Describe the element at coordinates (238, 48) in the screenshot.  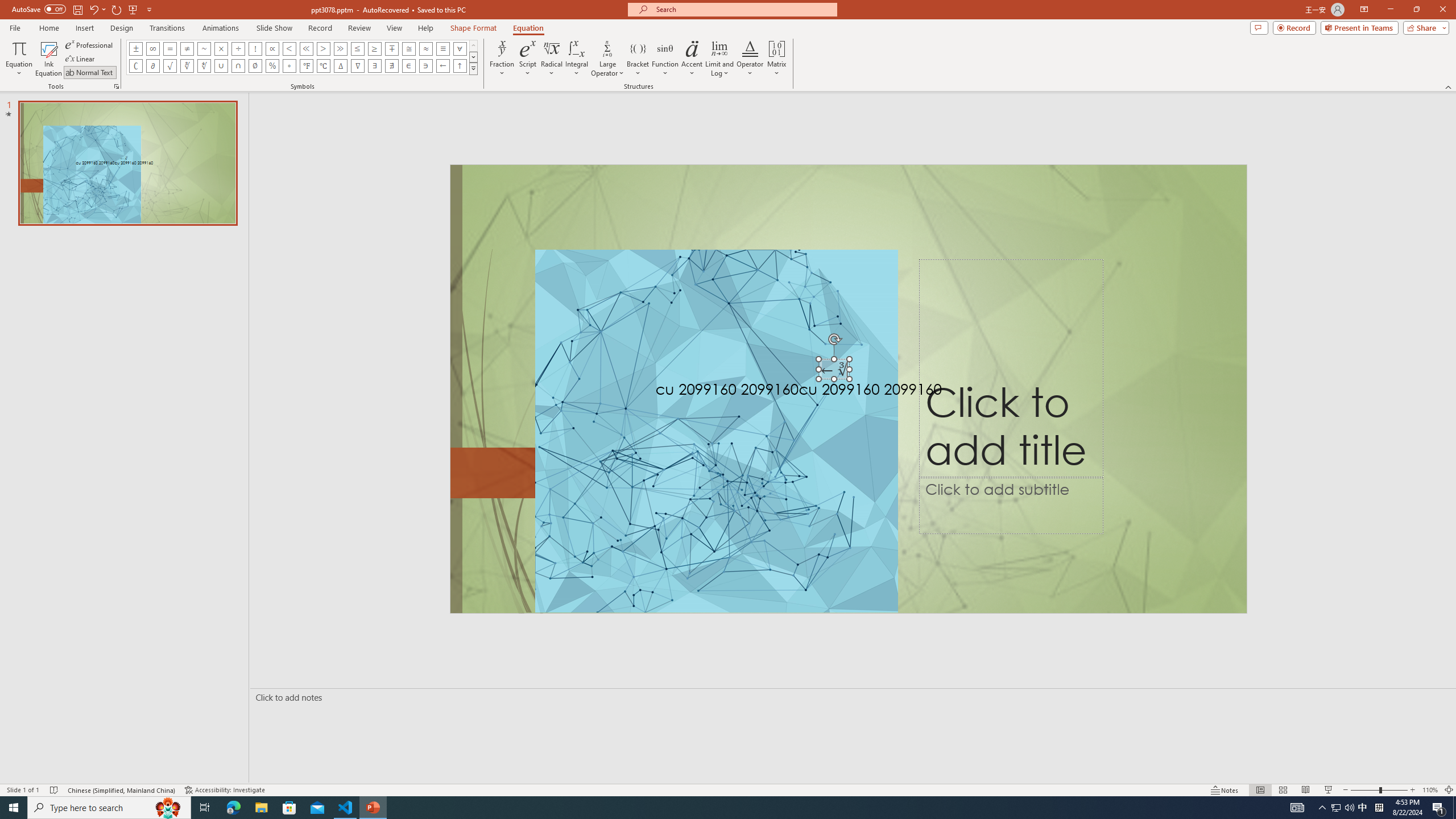
I see `'Equation Symbol Division Sign'` at that location.